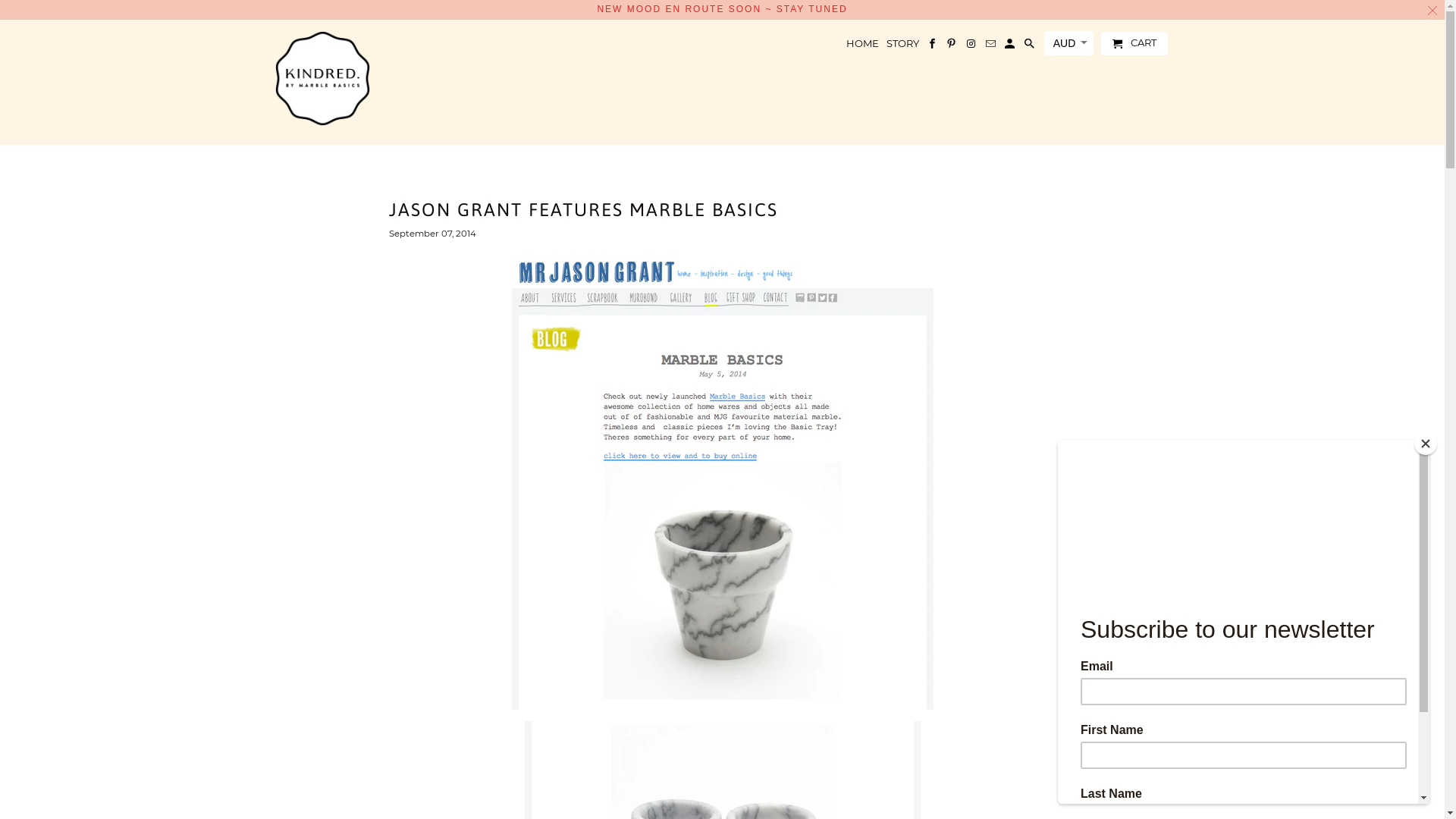 This screenshot has width=1456, height=819. What do you see at coordinates (971, 45) in the screenshot?
I see `'Marble Basics on Instagram'` at bounding box center [971, 45].